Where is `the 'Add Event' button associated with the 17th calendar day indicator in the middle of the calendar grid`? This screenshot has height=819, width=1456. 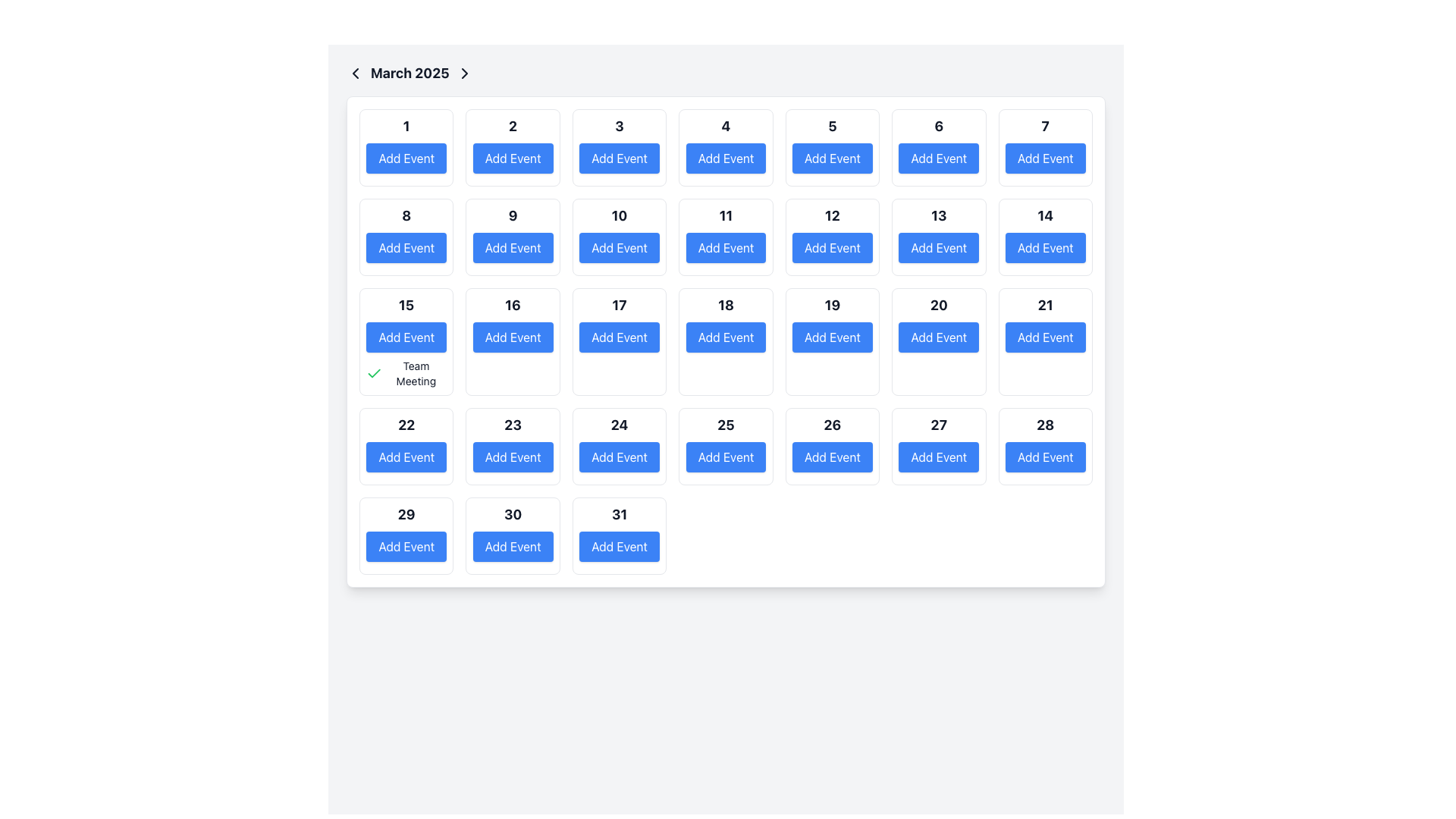 the 'Add Event' button associated with the 17th calendar day indicator in the middle of the calendar grid is located at coordinates (620, 342).